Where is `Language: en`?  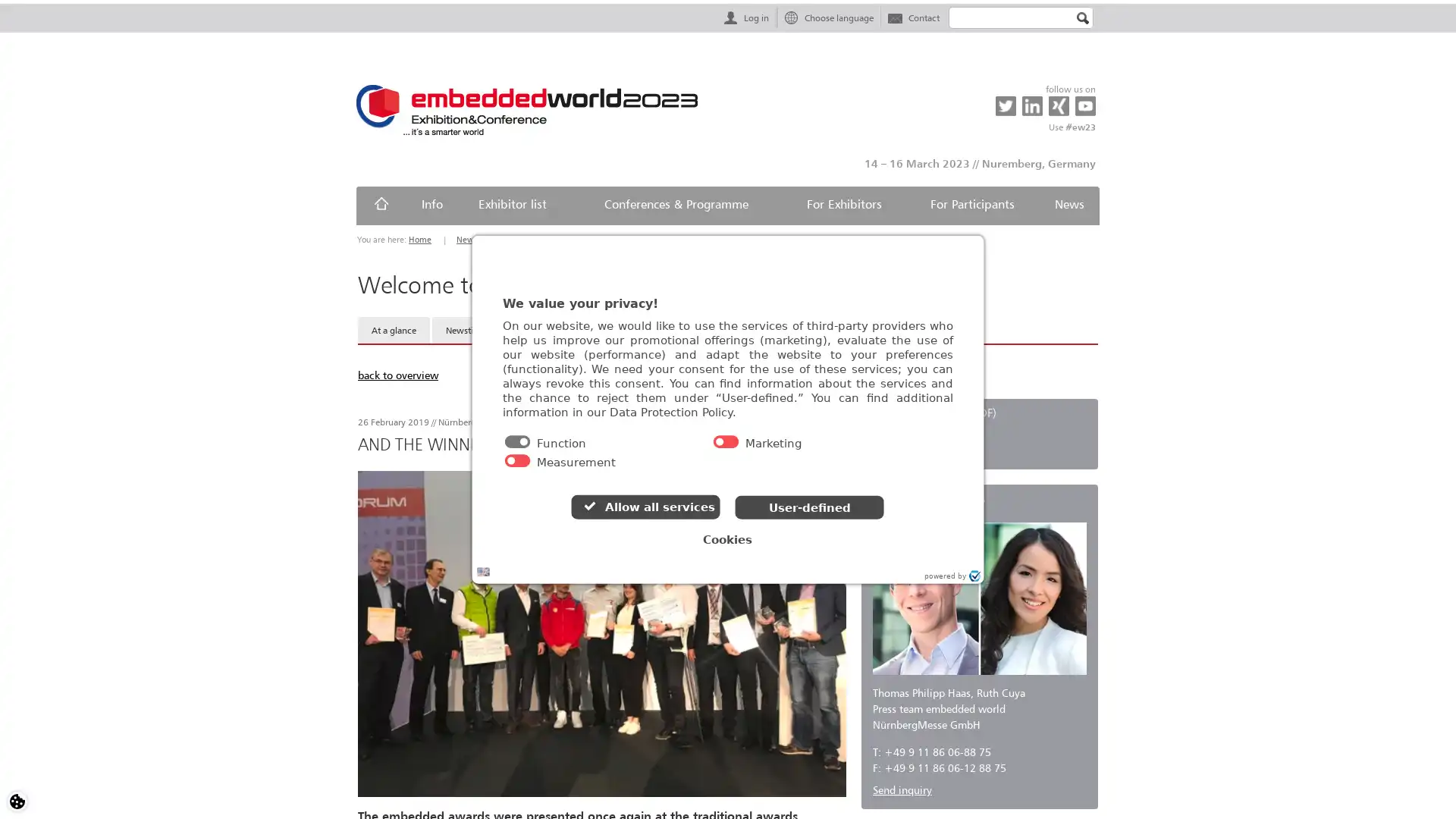
Language: en is located at coordinates (512, 578).